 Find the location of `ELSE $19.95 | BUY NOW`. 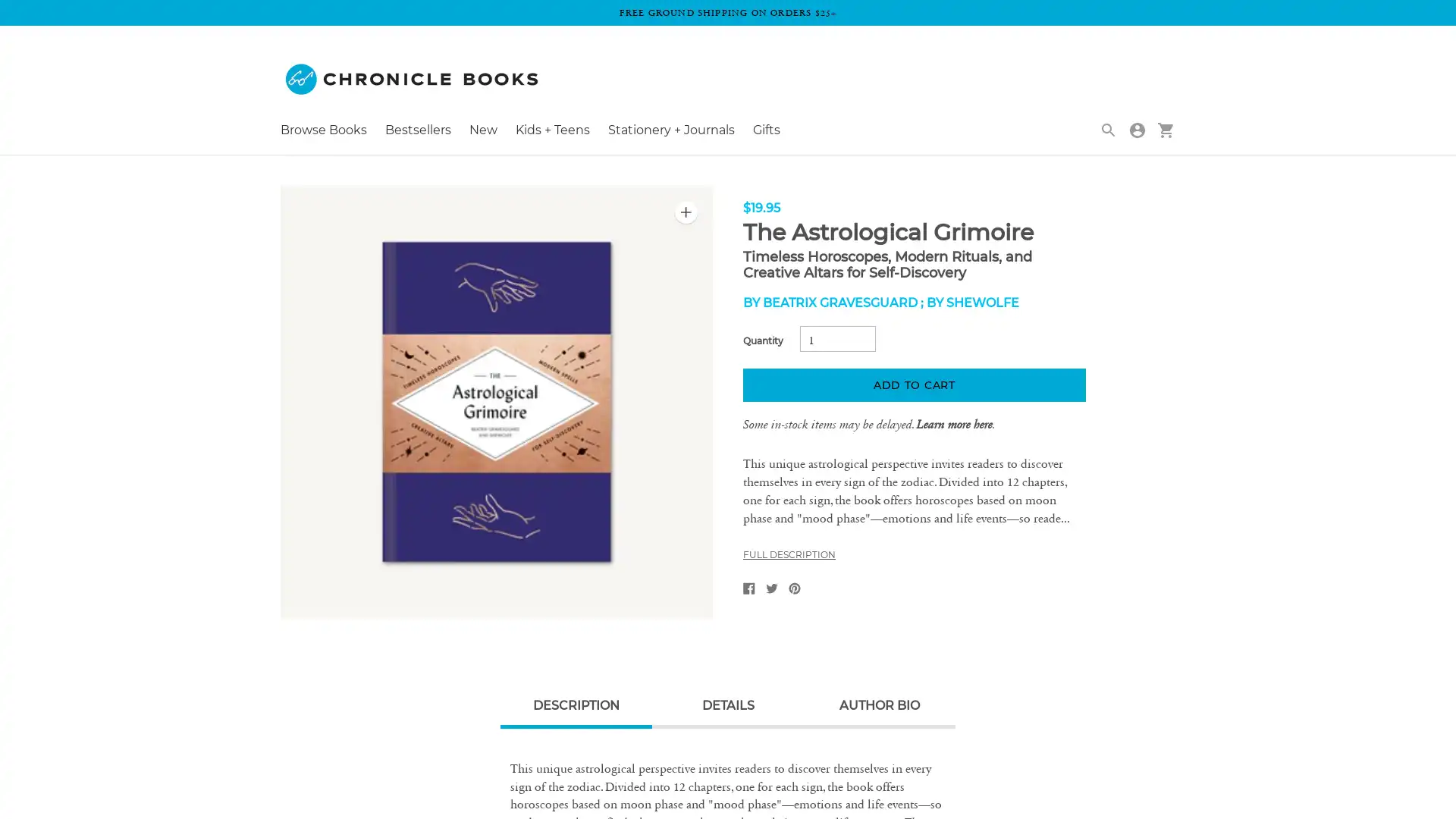

ELSE $19.95 | BUY NOW is located at coordinates (1353, 34).